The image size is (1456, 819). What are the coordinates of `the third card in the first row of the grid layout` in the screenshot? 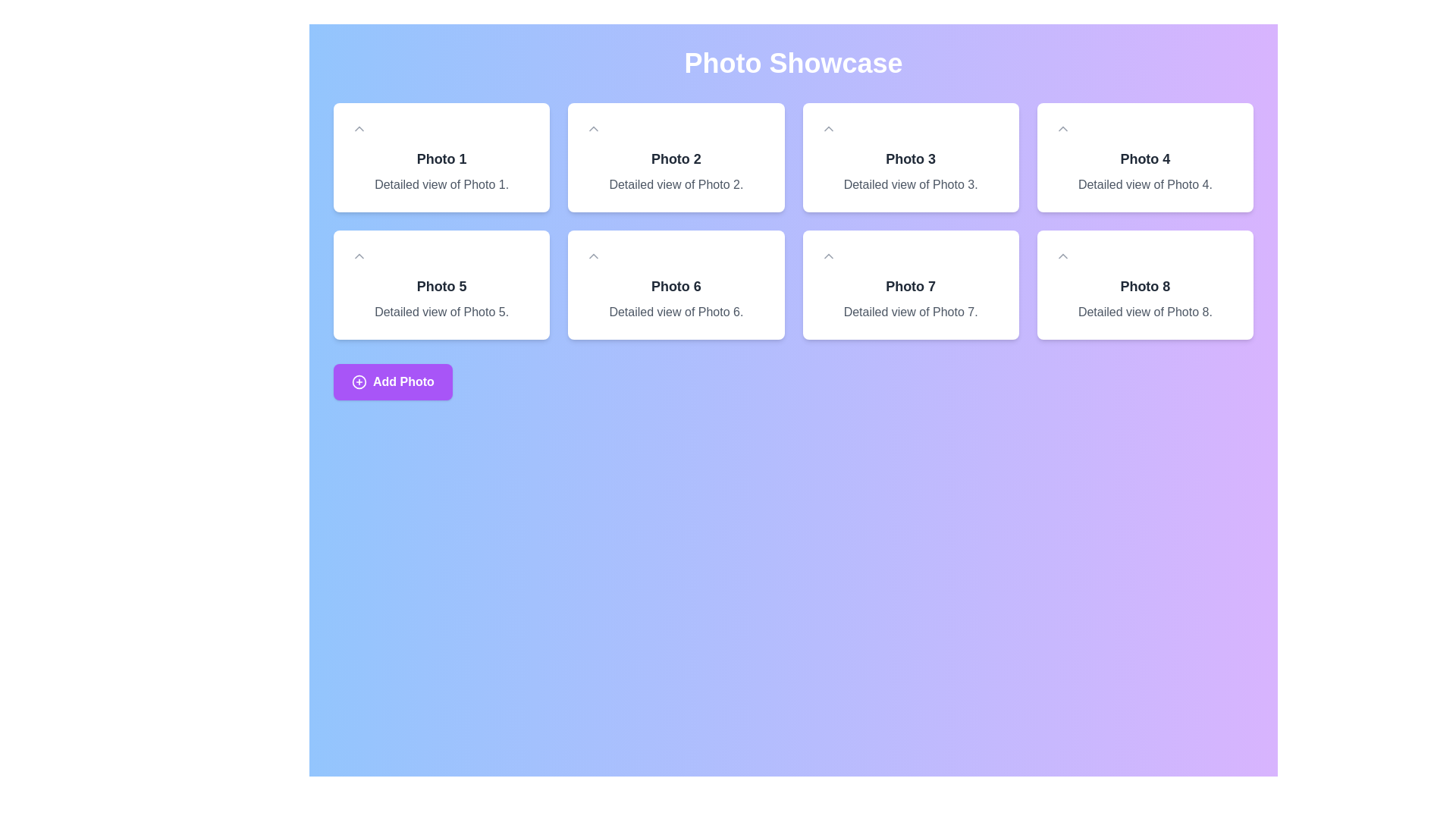 It's located at (910, 158).